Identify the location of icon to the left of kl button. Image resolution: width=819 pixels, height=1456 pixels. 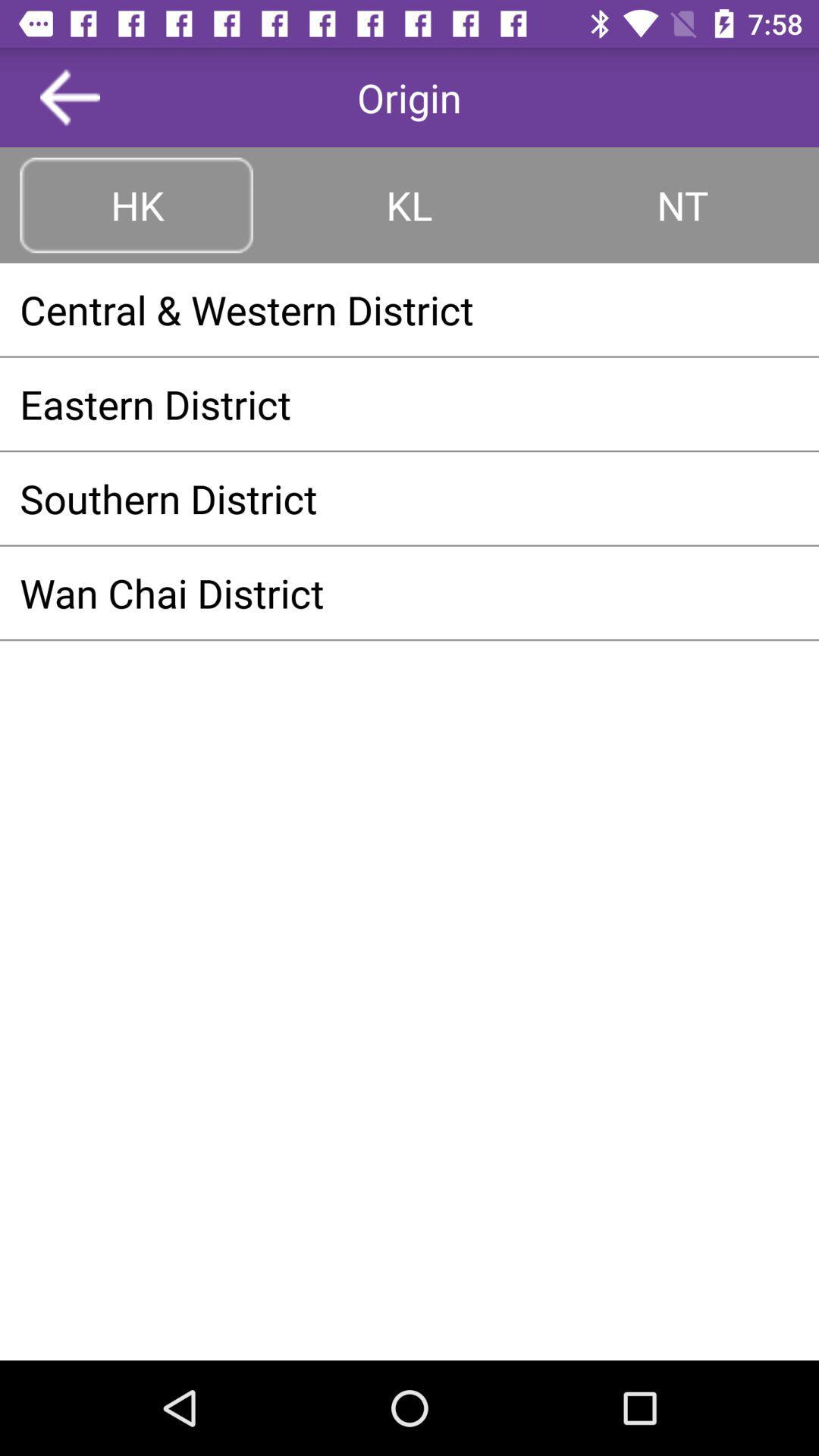
(136, 204).